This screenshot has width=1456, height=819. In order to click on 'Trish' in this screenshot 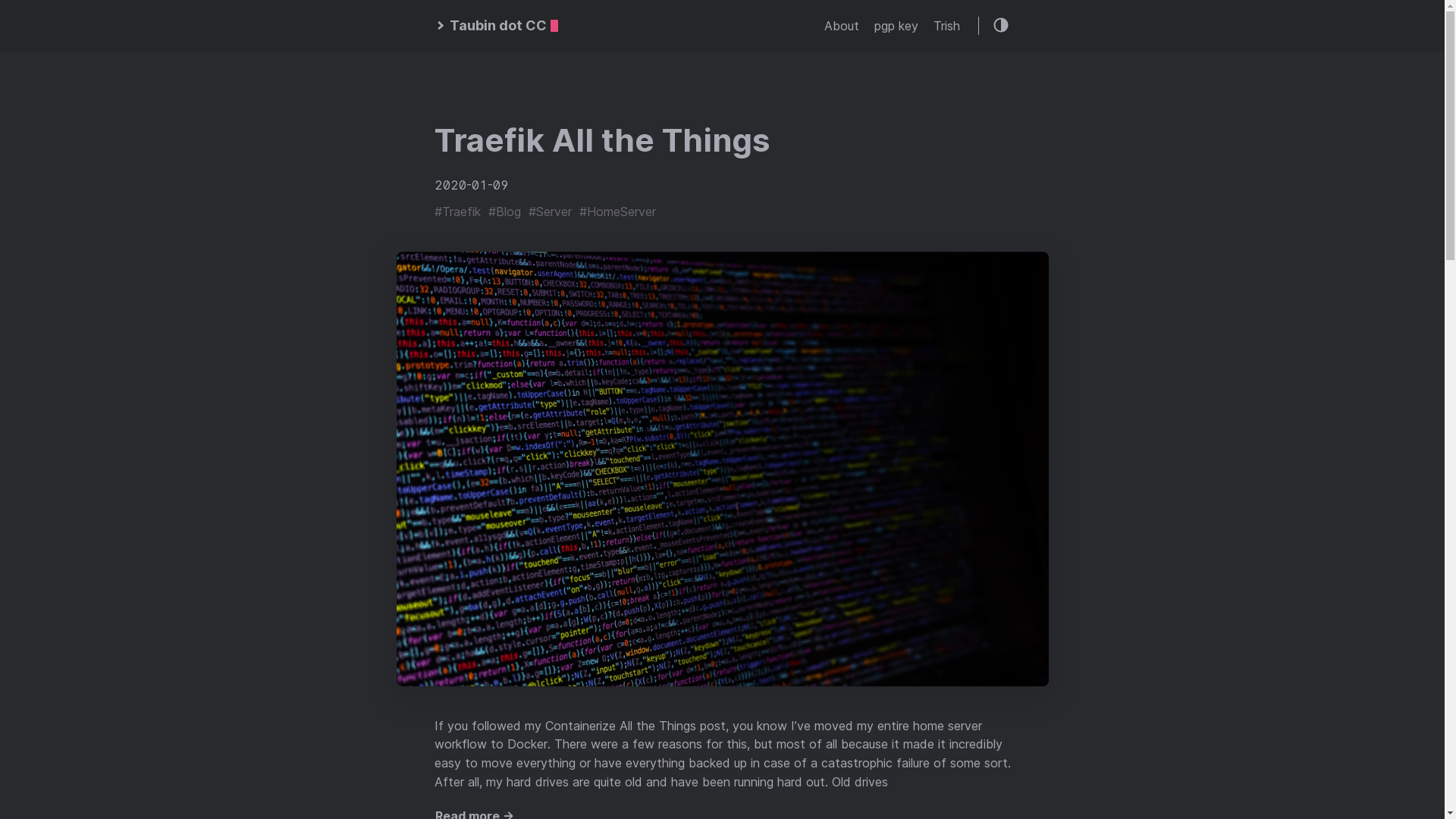, I will do `click(945, 26)`.